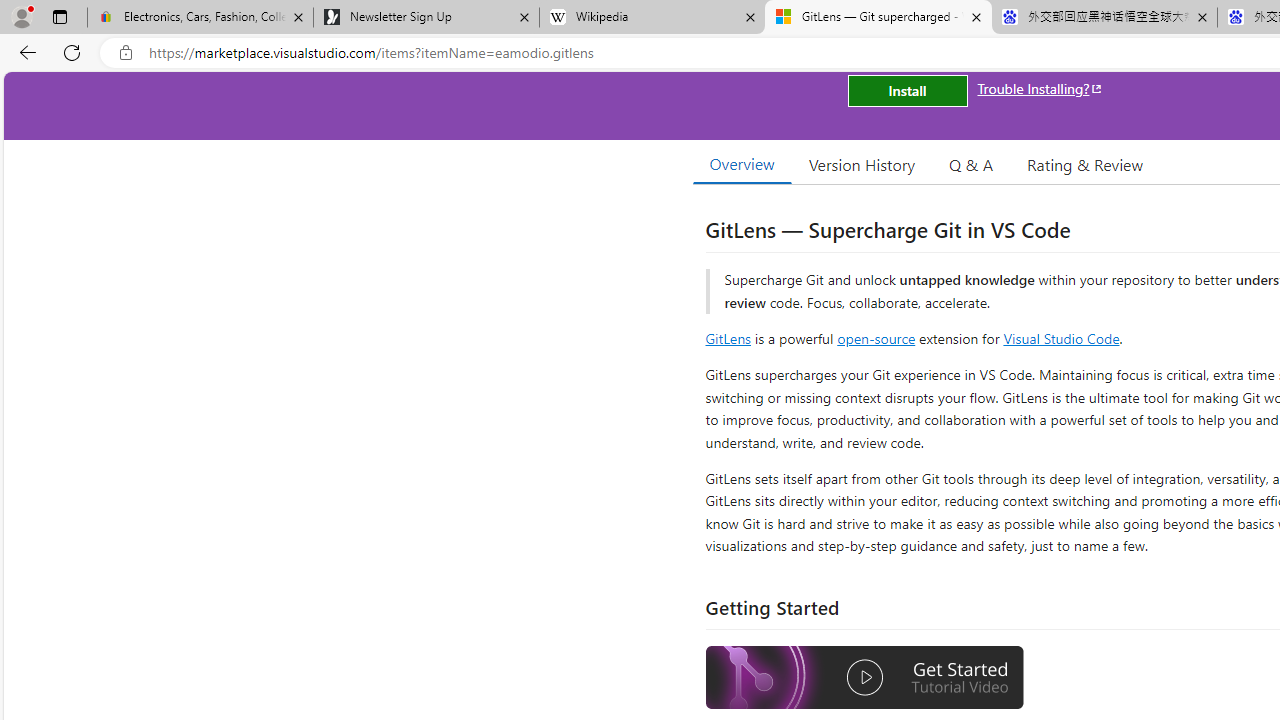 This screenshot has width=1280, height=720. What do you see at coordinates (876, 337) in the screenshot?
I see `'open-source'` at bounding box center [876, 337].